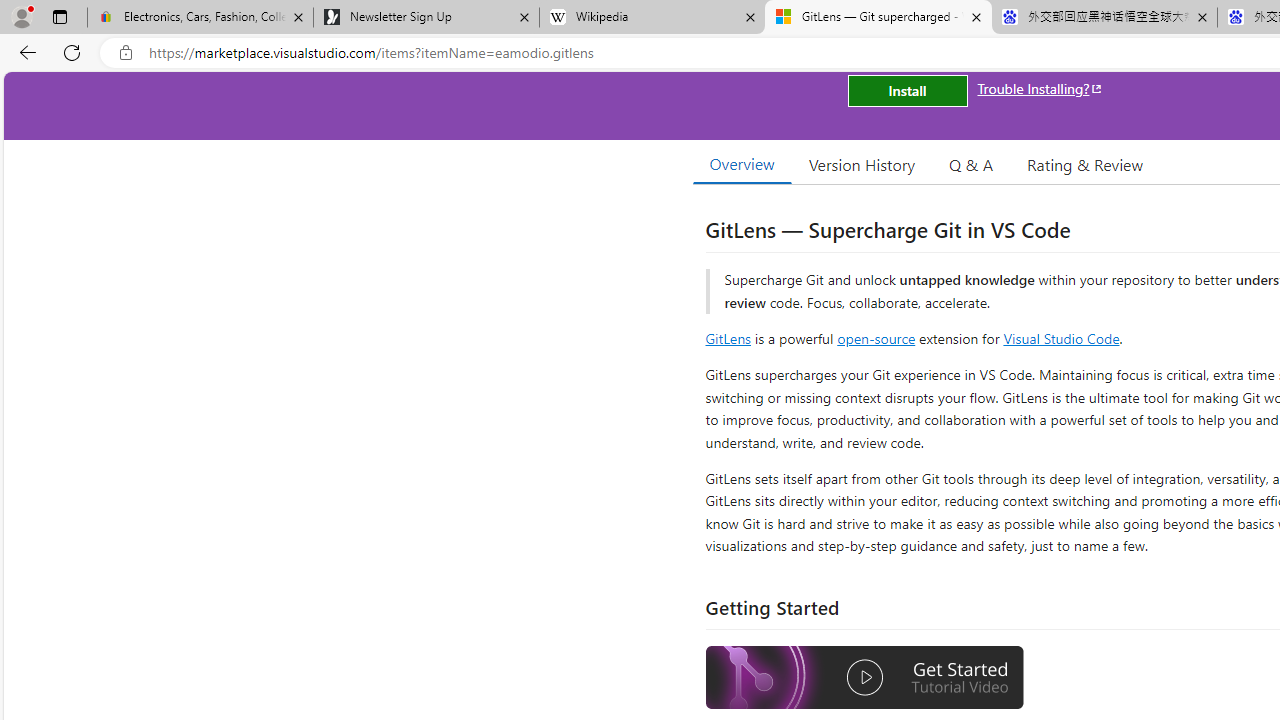 This screenshot has width=1280, height=720. What do you see at coordinates (876, 337) in the screenshot?
I see `'open-source'` at bounding box center [876, 337].